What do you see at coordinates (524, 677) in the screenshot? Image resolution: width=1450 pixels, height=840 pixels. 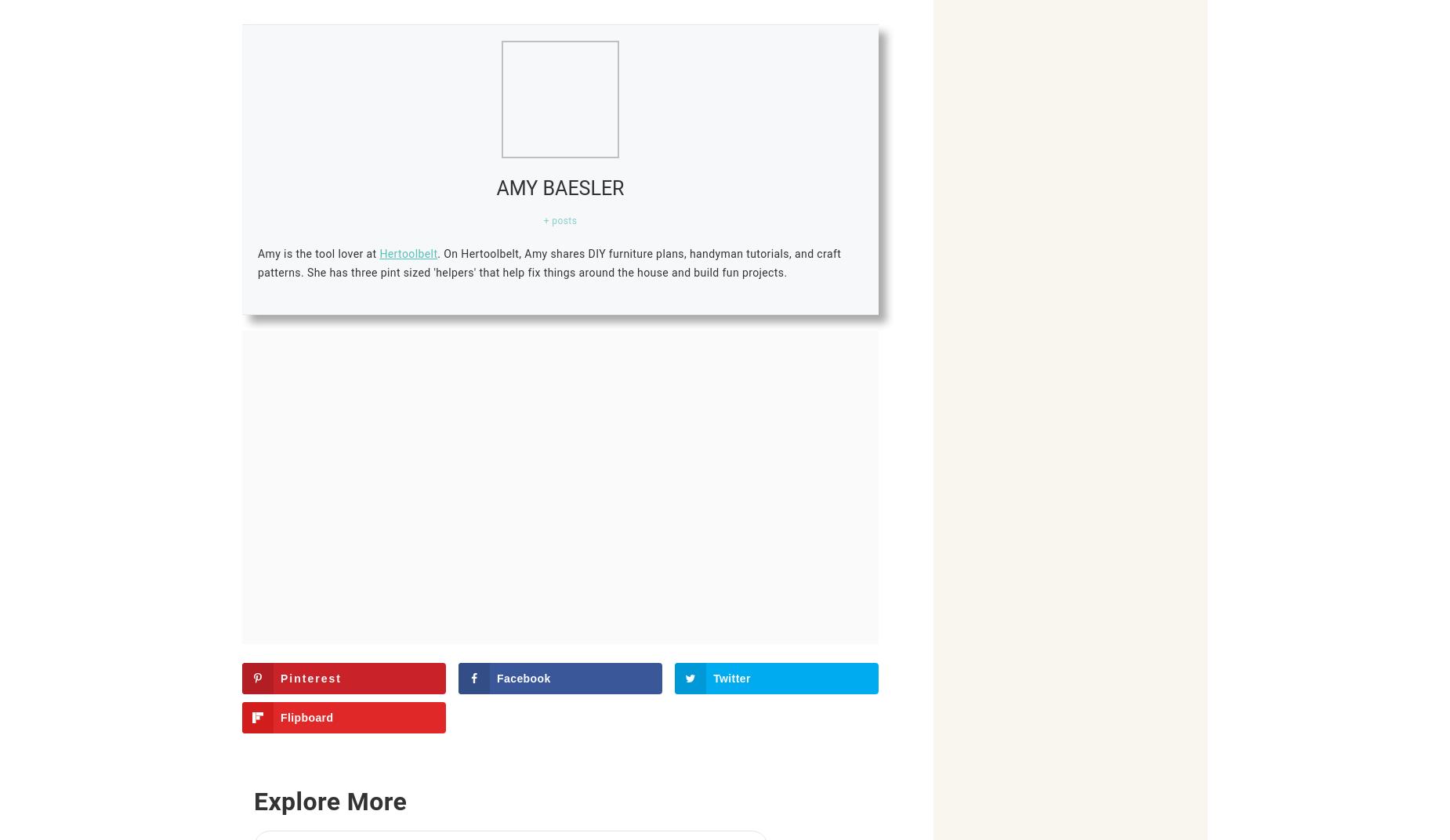 I see `'Facebook'` at bounding box center [524, 677].